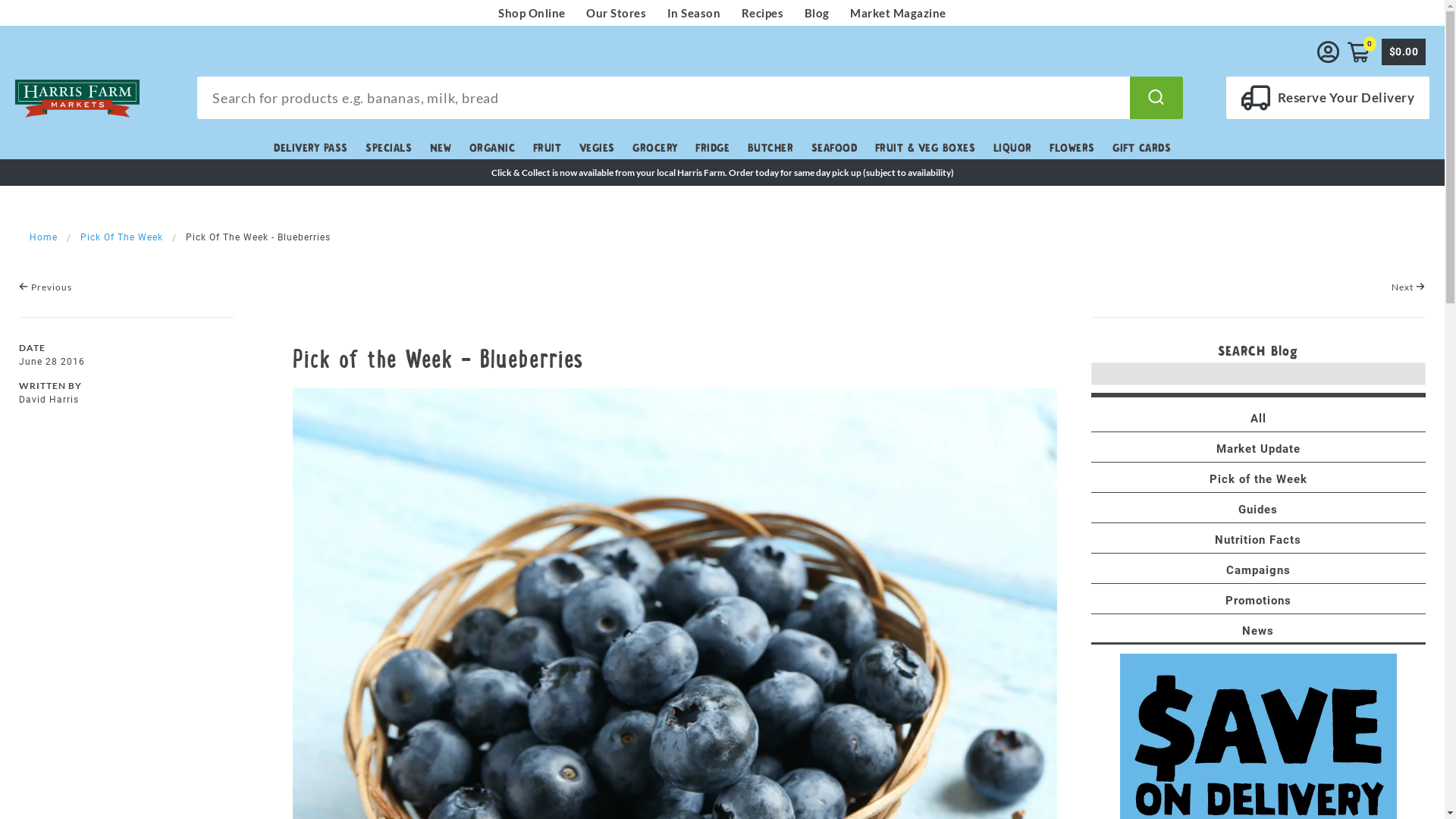 Image resolution: width=1456 pixels, height=819 pixels. I want to click on 'Pick Of The Week', so click(121, 237).